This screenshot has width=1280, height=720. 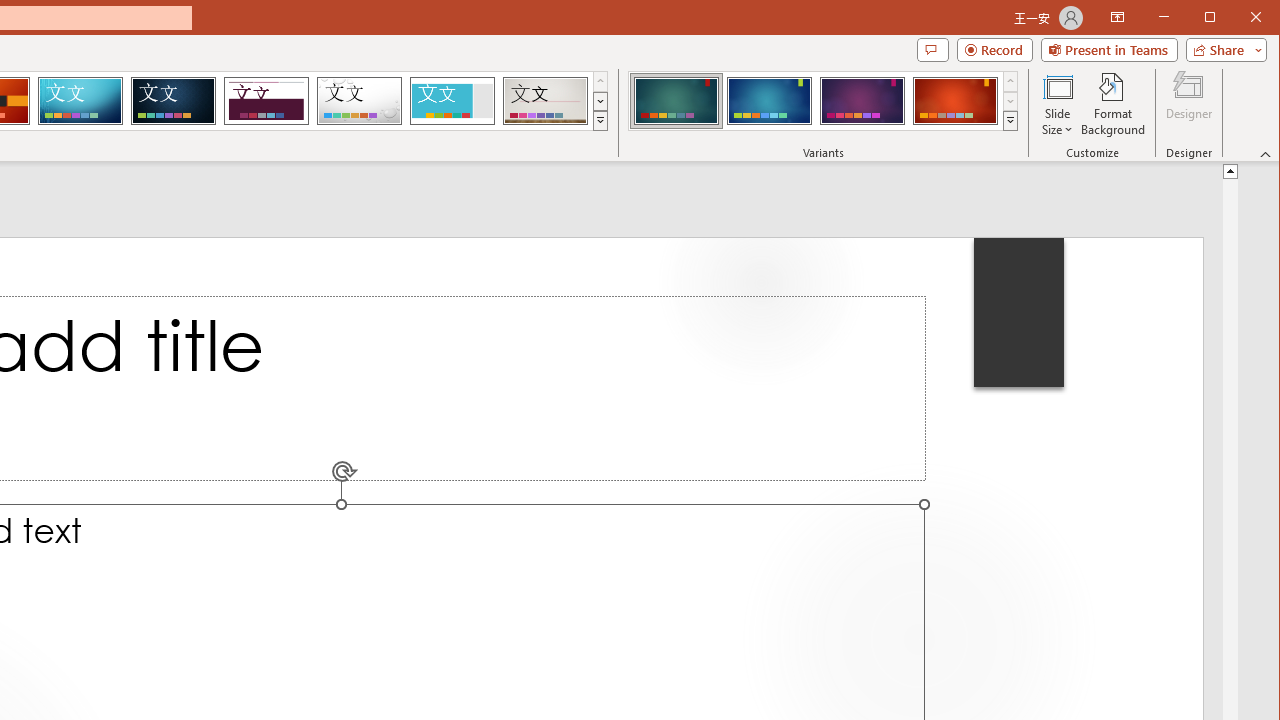 I want to click on 'Droplet', so click(x=359, y=100).